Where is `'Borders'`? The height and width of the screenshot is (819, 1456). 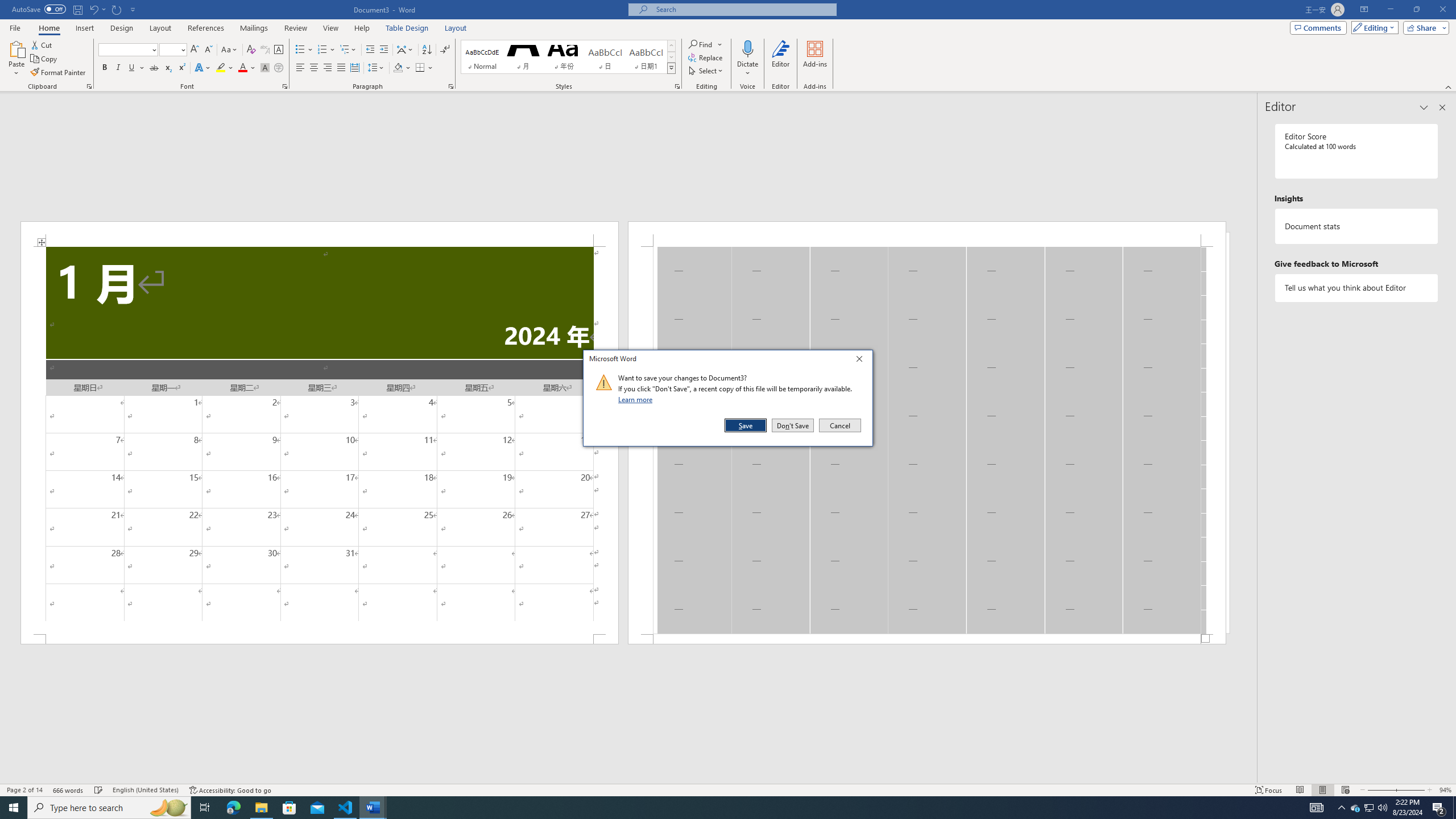
'Borders' is located at coordinates (424, 67).